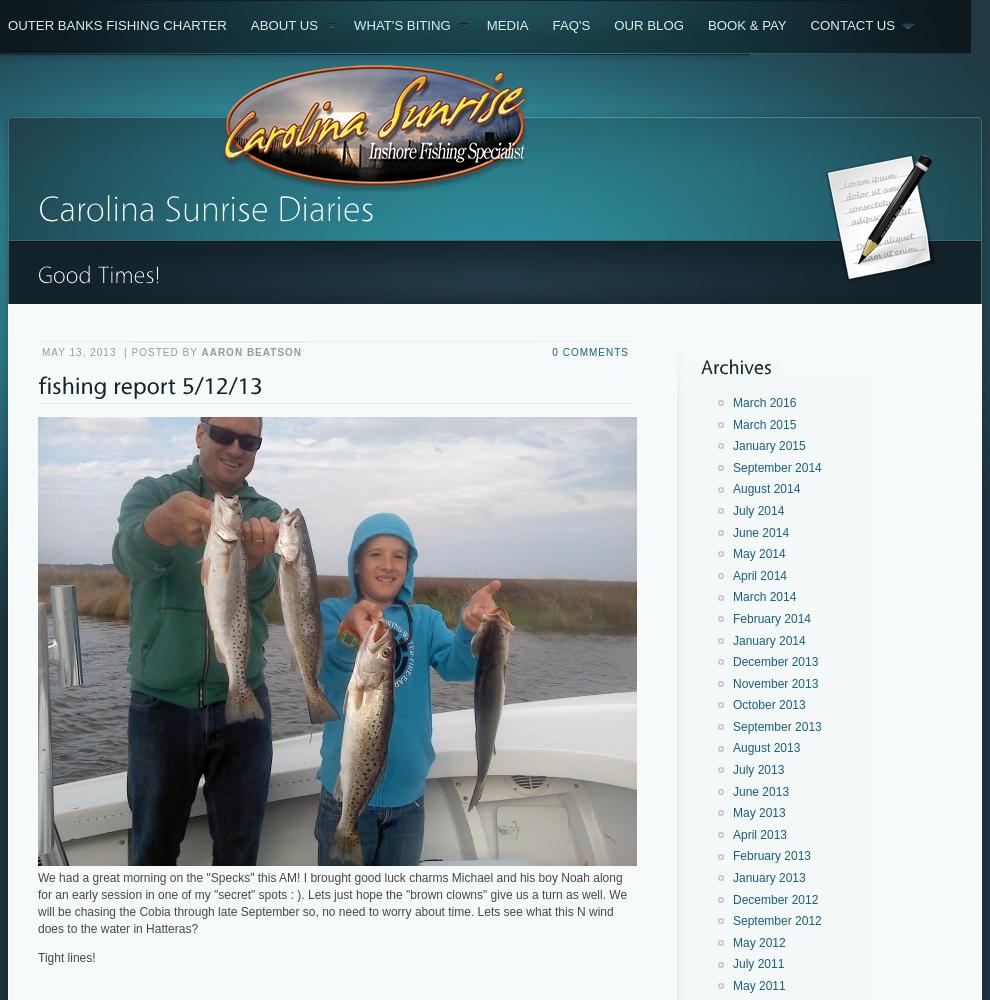  I want to click on 'August 2014', so click(766, 488).